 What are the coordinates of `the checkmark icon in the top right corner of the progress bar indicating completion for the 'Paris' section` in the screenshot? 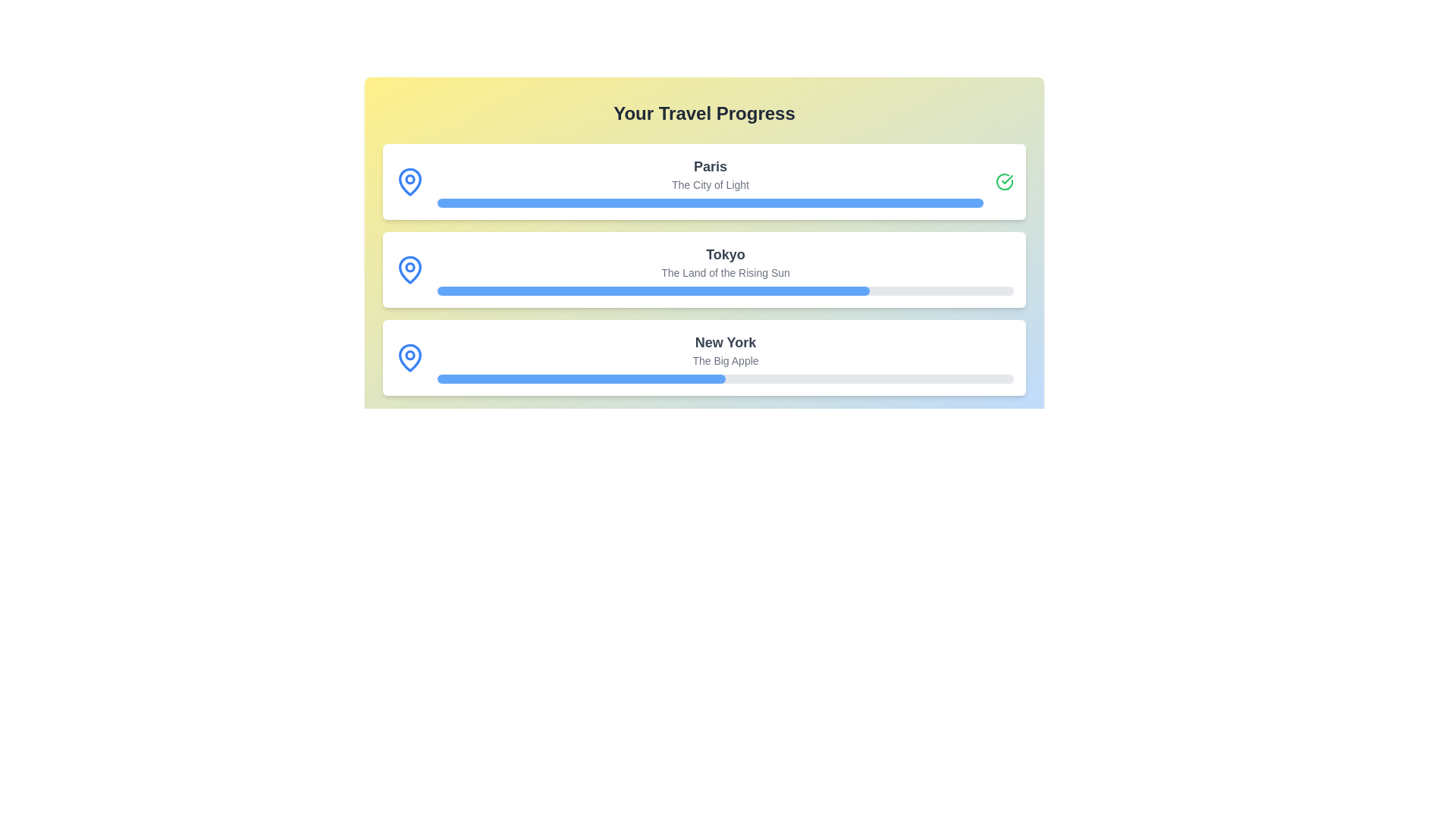 It's located at (1007, 178).